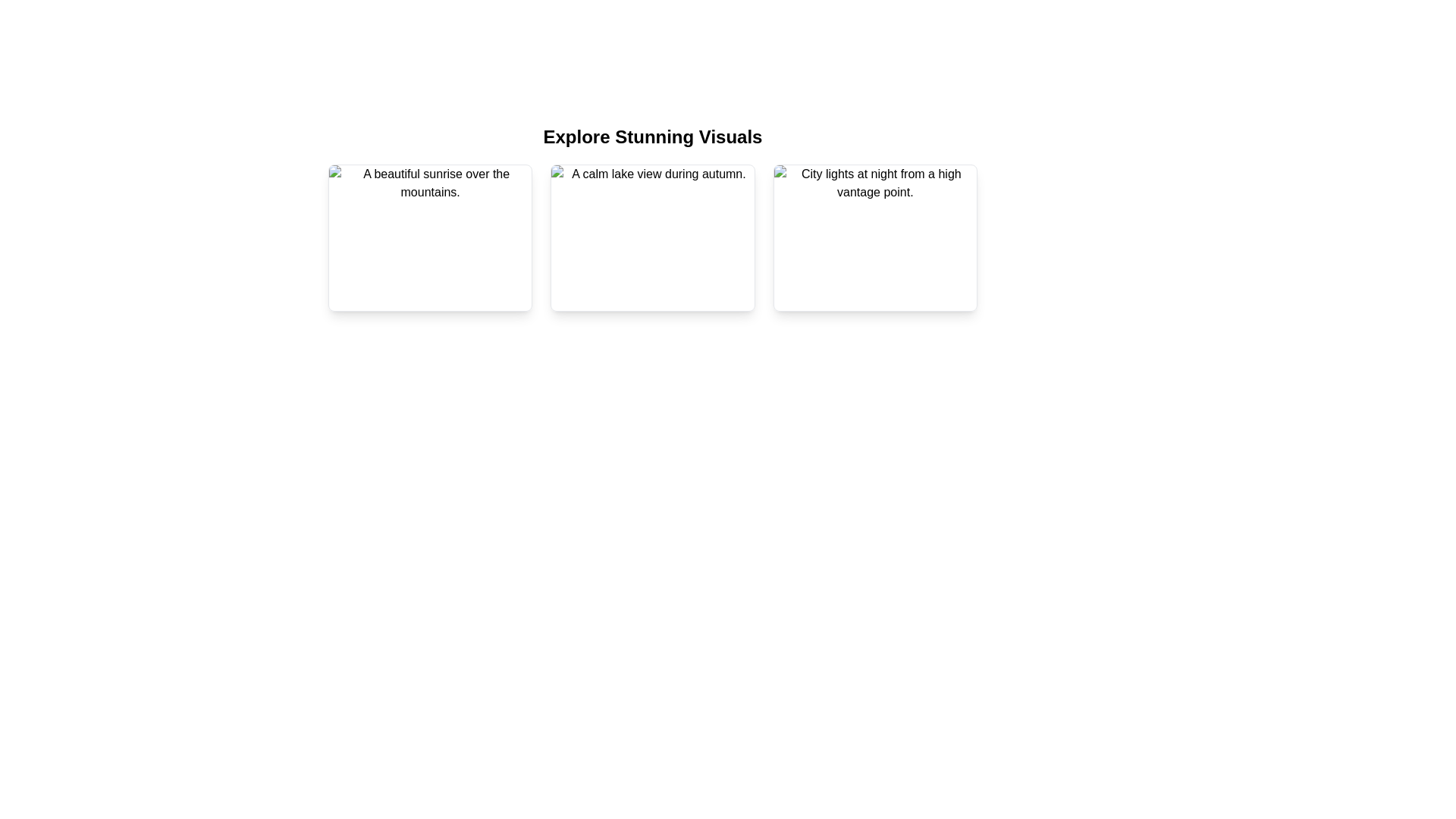 This screenshot has height=819, width=1456. Describe the element at coordinates (429, 237) in the screenshot. I see `the first content card in the grid layout` at that location.